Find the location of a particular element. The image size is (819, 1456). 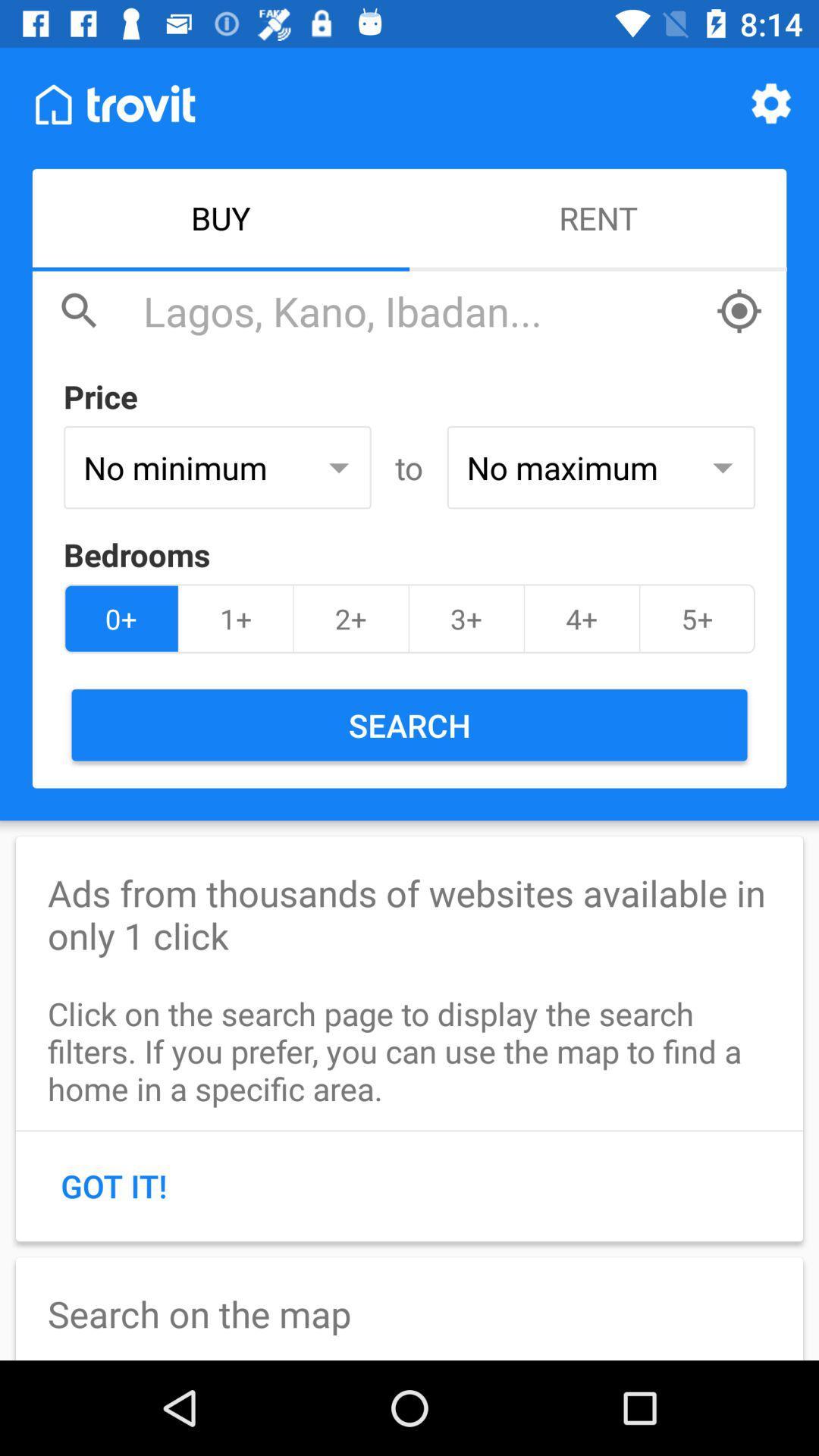

icon to the right of 2+ is located at coordinates (466, 619).